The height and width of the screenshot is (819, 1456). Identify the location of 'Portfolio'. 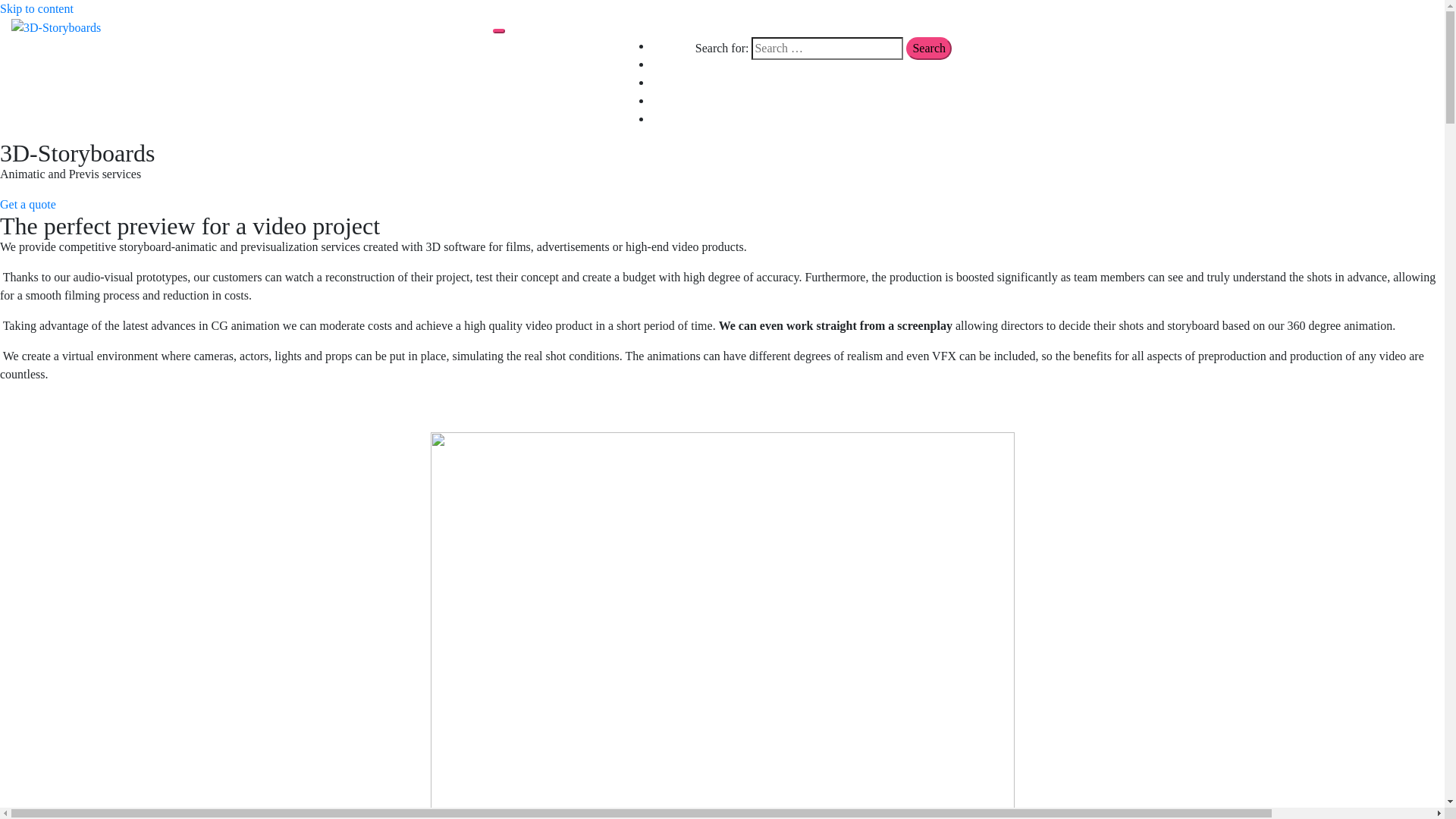
(672, 82).